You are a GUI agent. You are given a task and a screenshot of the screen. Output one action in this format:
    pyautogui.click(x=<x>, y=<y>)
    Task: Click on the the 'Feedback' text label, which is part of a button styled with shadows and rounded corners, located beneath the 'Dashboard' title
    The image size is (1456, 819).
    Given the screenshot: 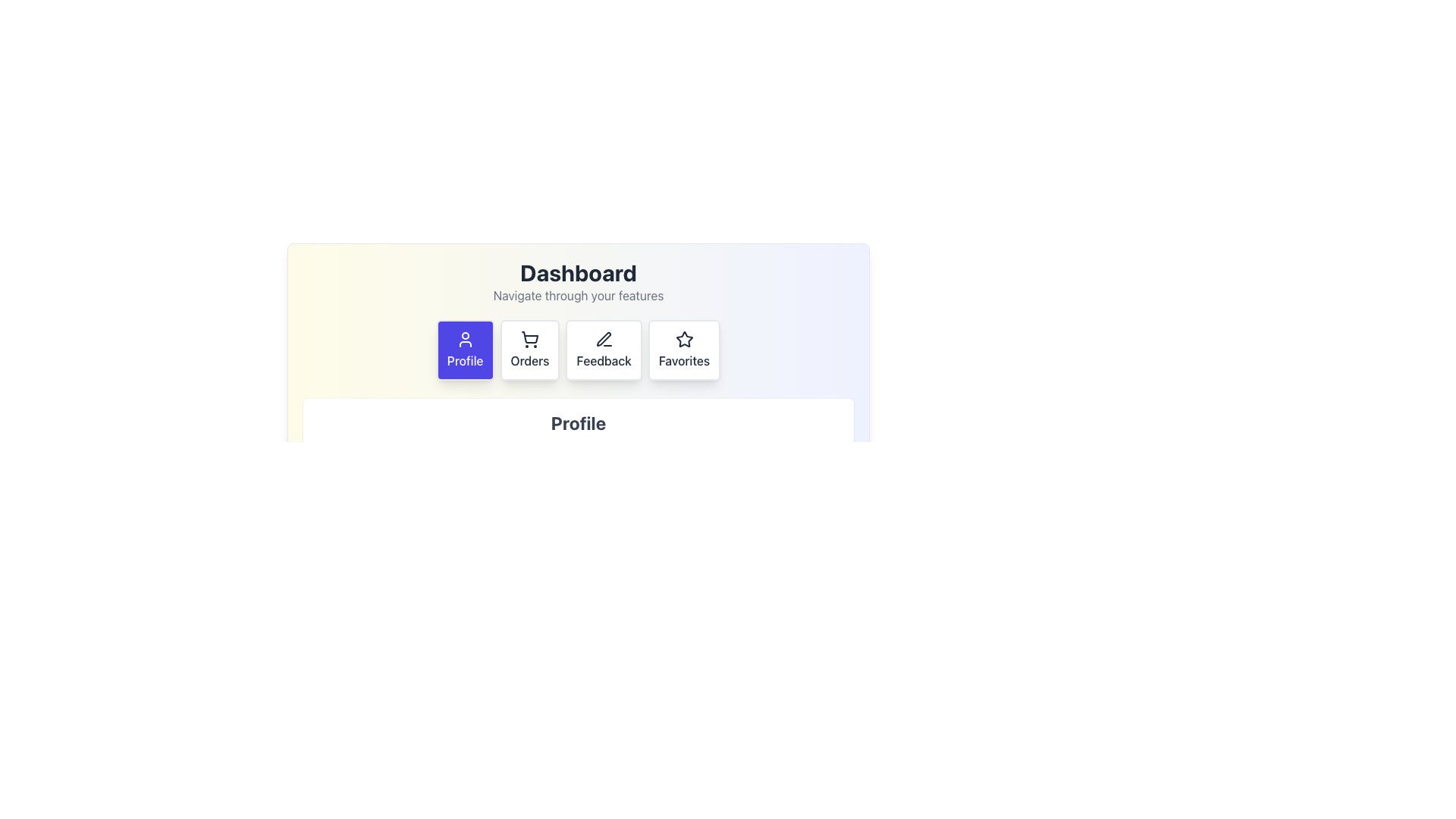 What is the action you would take?
    pyautogui.click(x=603, y=360)
    